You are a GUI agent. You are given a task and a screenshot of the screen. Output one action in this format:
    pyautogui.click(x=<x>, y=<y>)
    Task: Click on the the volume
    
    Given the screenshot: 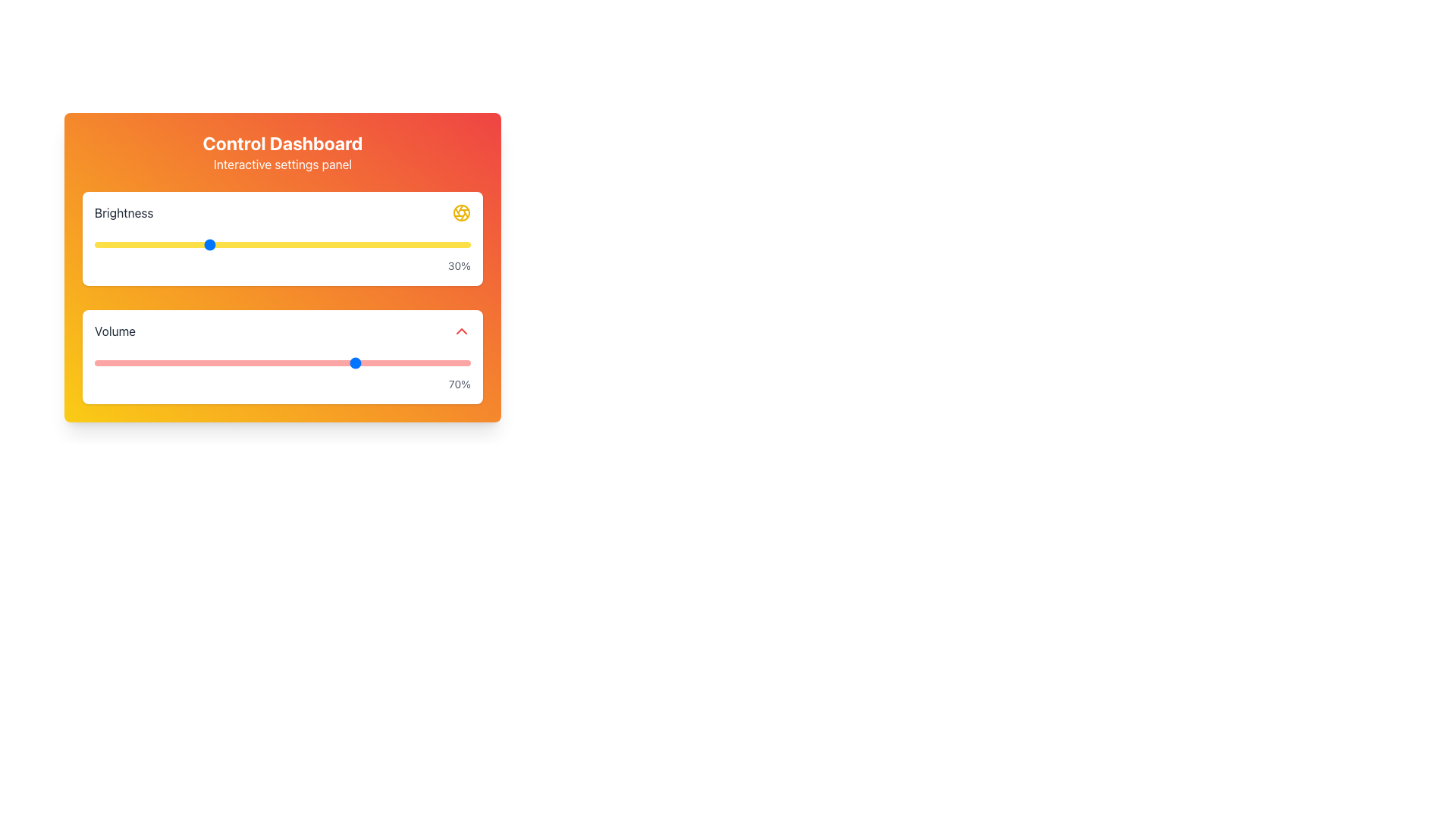 What is the action you would take?
    pyautogui.click(x=271, y=362)
    